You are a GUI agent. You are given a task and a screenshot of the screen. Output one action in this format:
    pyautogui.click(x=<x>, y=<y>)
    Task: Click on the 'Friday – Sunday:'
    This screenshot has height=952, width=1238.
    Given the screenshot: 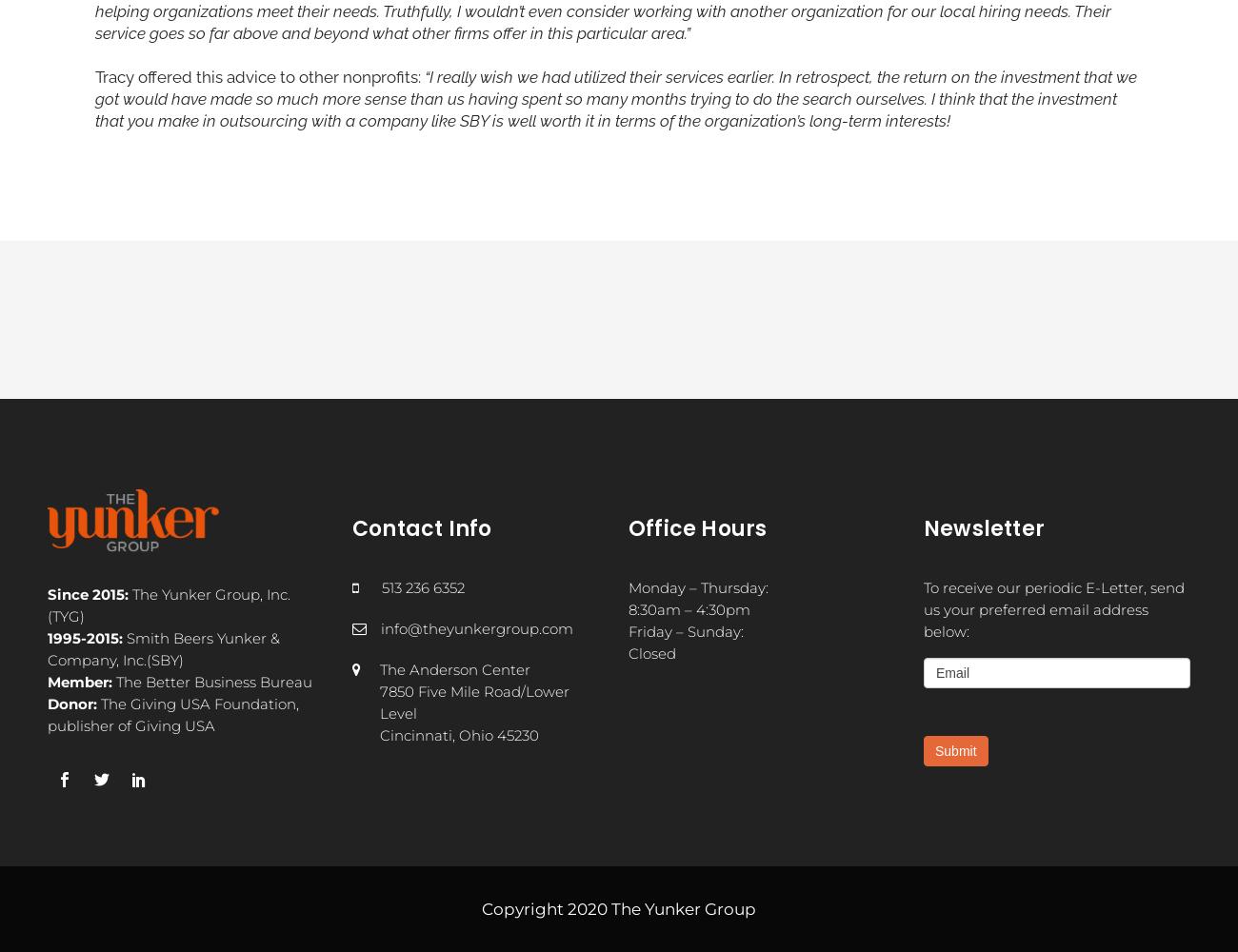 What is the action you would take?
    pyautogui.click(x=628, y=630)
    